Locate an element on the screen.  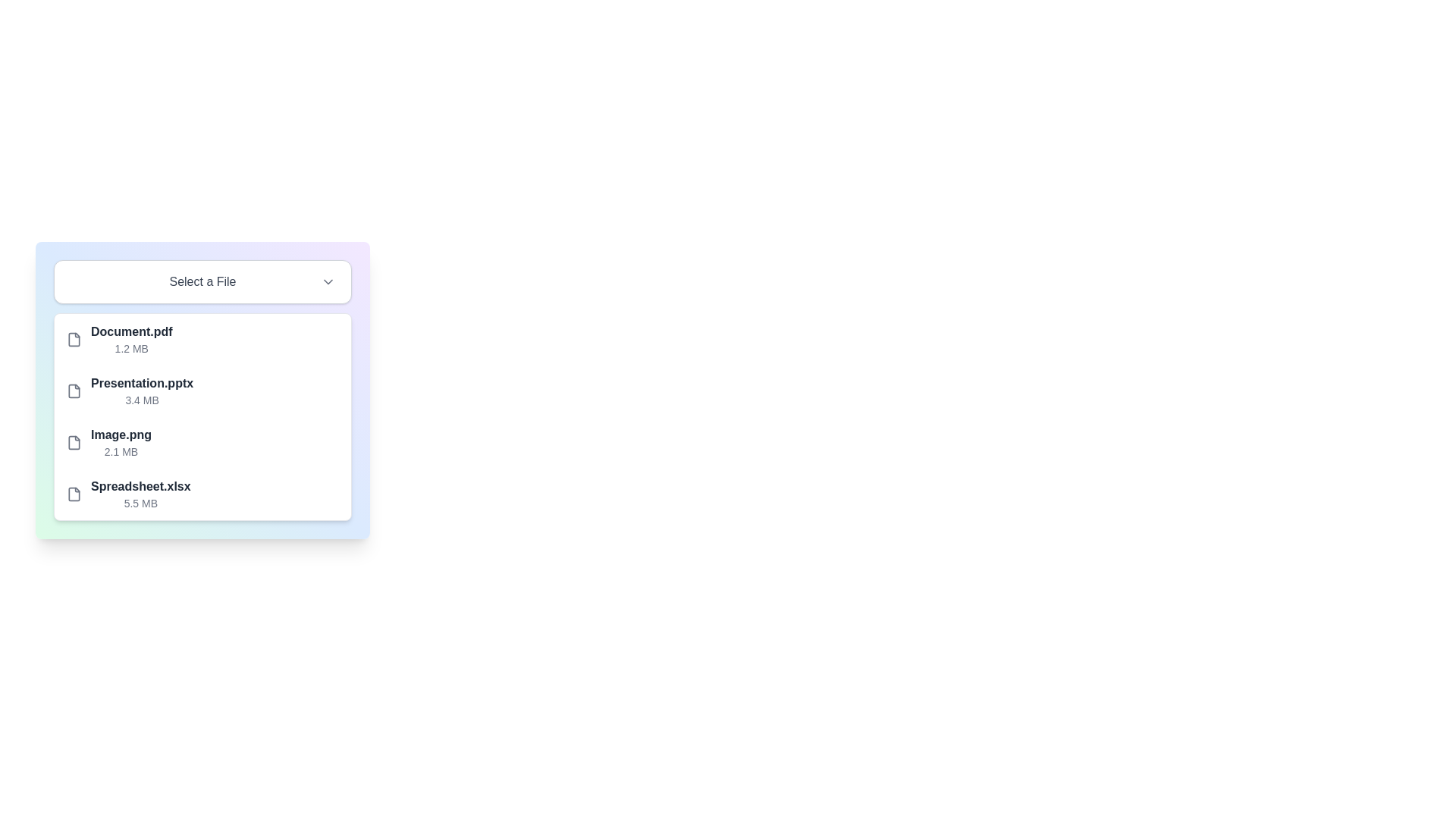
the text label displaying the filename 'Spreadsheet.xlsx' in the file selection interface is located at coordinates (140, 486).